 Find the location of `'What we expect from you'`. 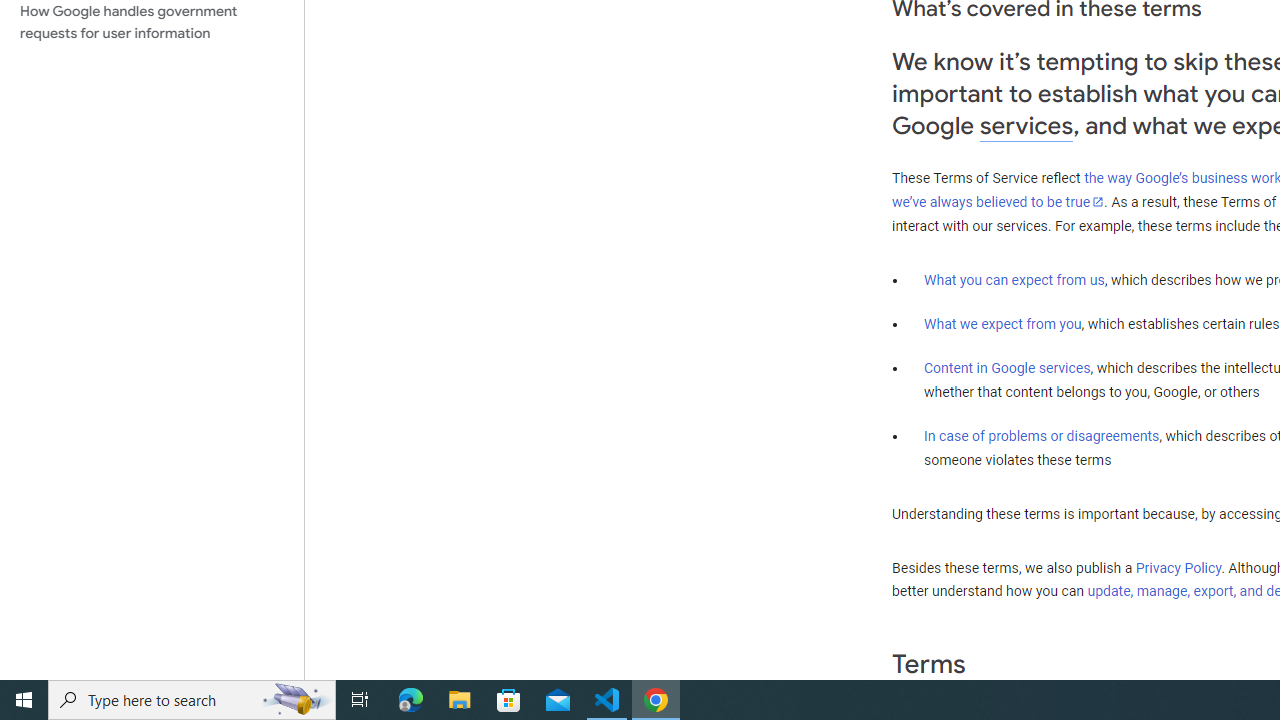

'What we expect from you' is located at coordinates (1002, 323).